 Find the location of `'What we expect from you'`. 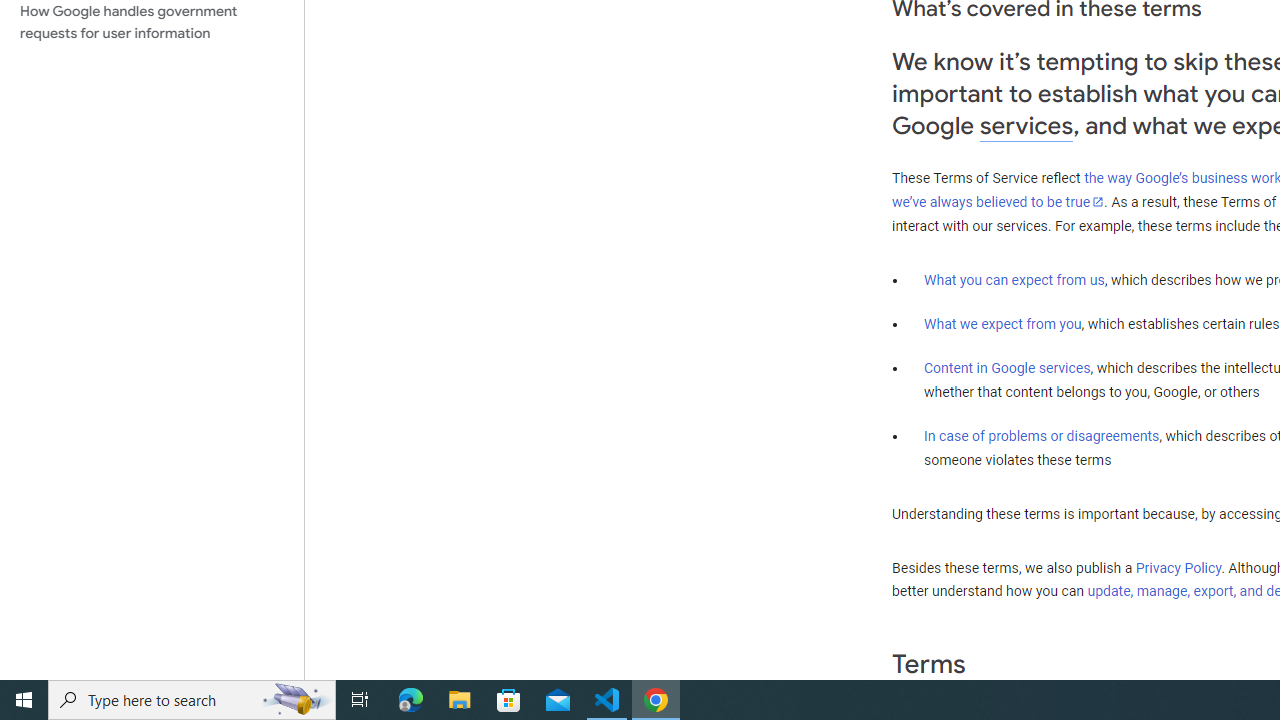

'What we expect from you' is located at coordinates (1002, 323).